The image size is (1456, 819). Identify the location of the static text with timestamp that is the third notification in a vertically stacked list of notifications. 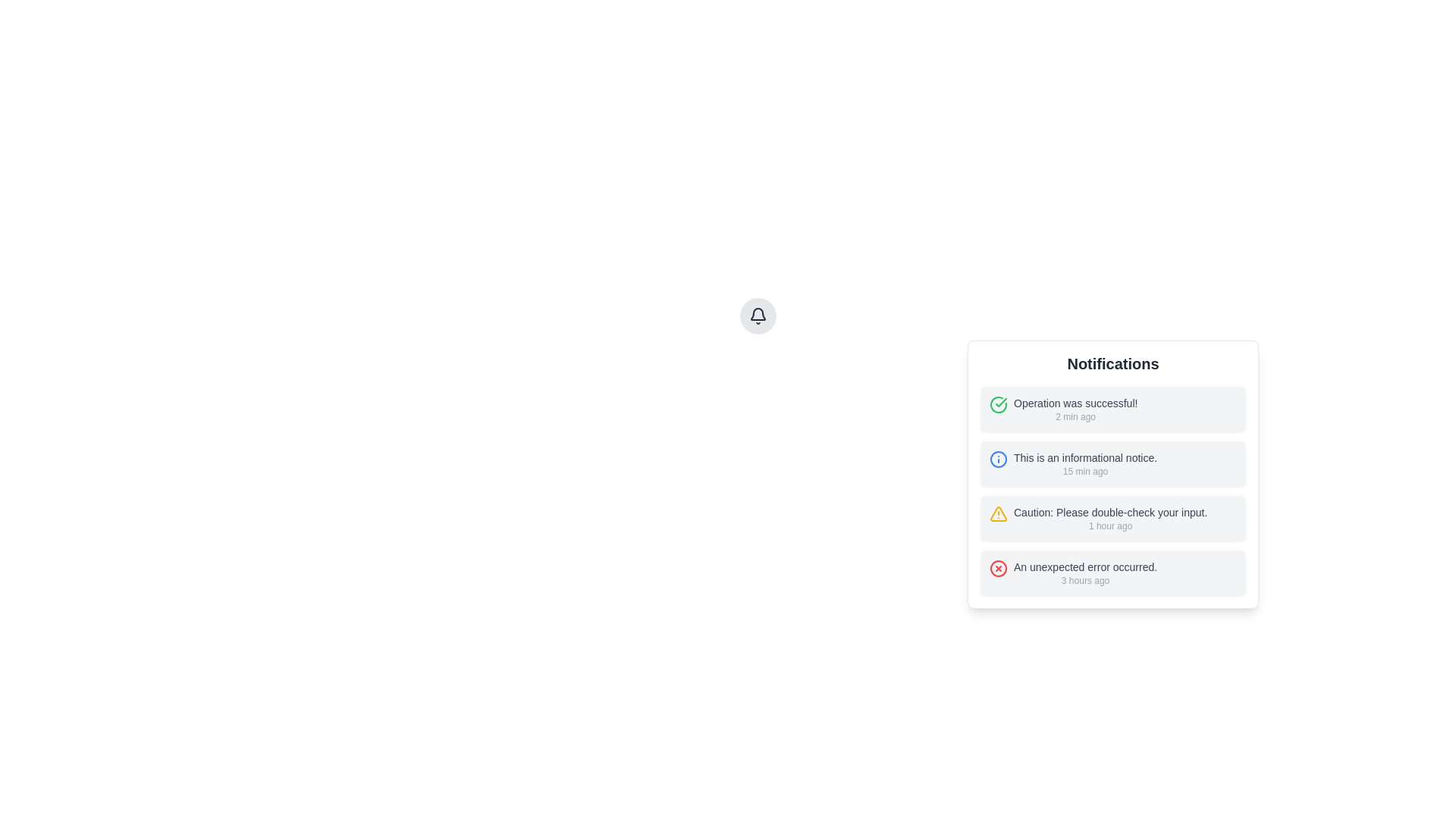
(1110, 517).